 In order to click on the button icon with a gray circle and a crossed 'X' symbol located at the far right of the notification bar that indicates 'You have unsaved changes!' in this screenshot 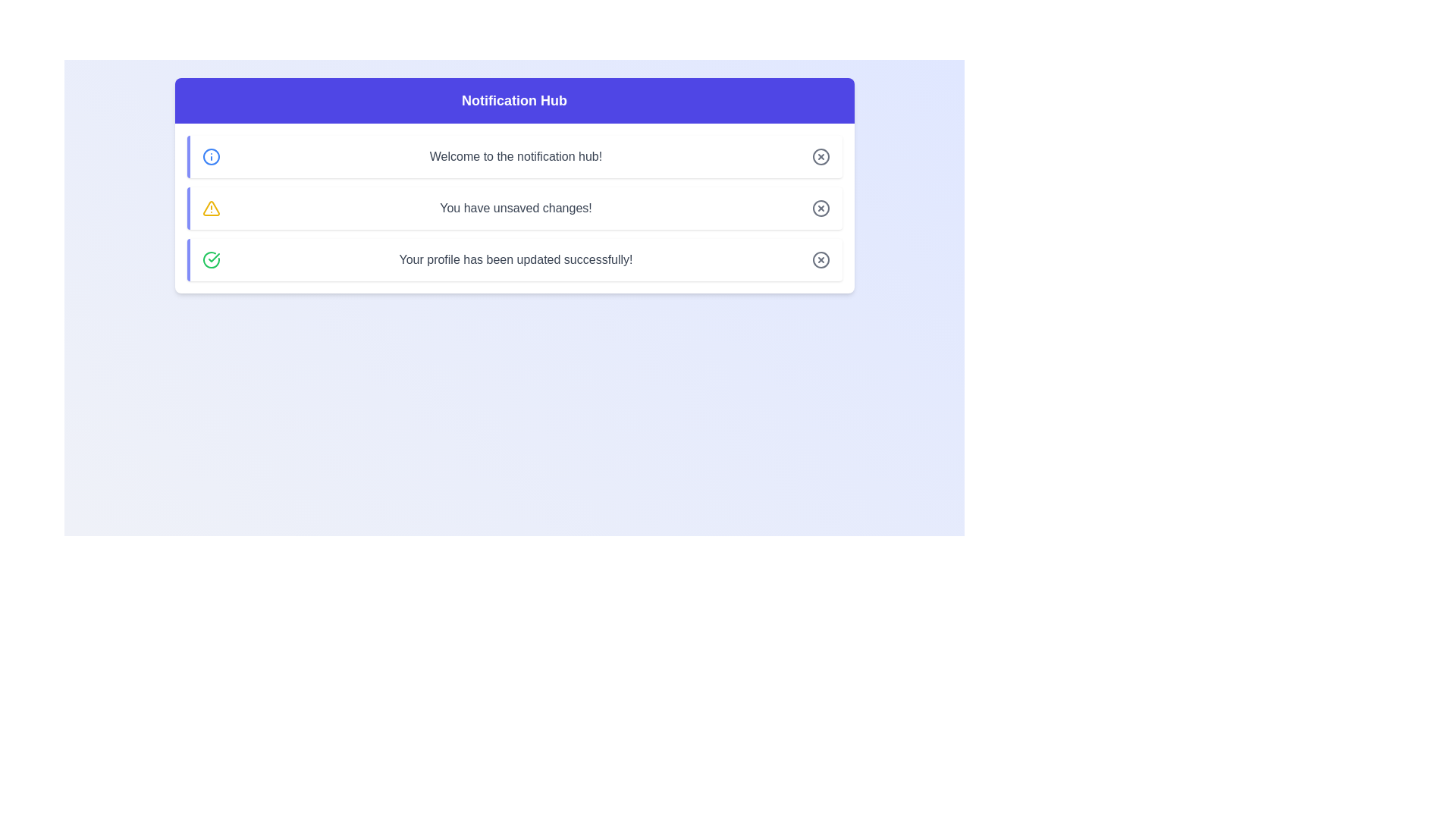, I will do `click(820, 208)`.